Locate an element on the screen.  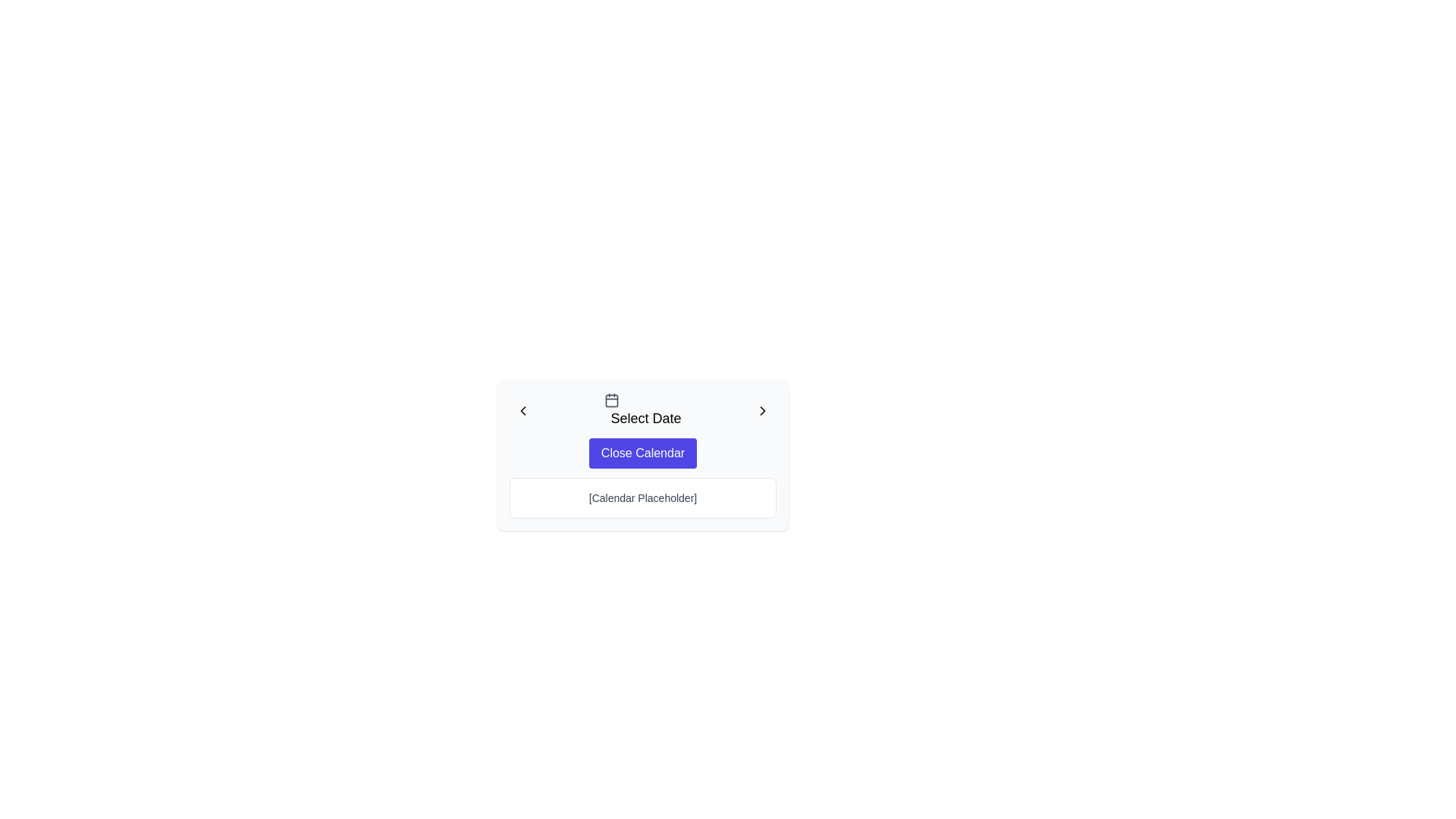
the calendar icon, which has a gray-colored outline and is located at the center top of a modal is located at coordinates (612, 400).